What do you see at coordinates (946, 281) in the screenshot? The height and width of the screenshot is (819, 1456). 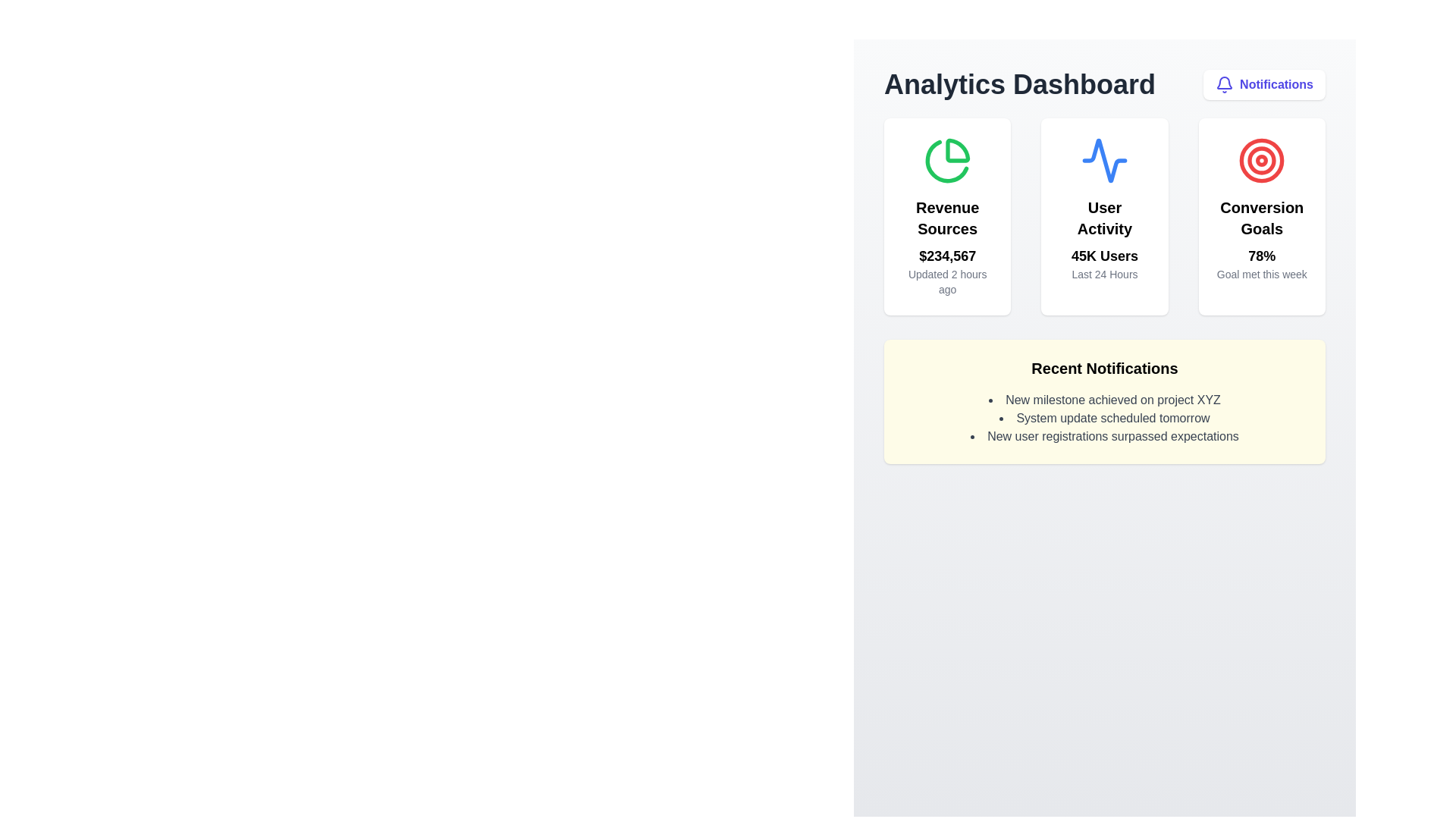 I see `the label displaying 'Updated 2 hours ago' in light gray color, located beneath the dollar amount '$234,567' in the 'Revenue Sources' card` at bounding box center [946, 281].